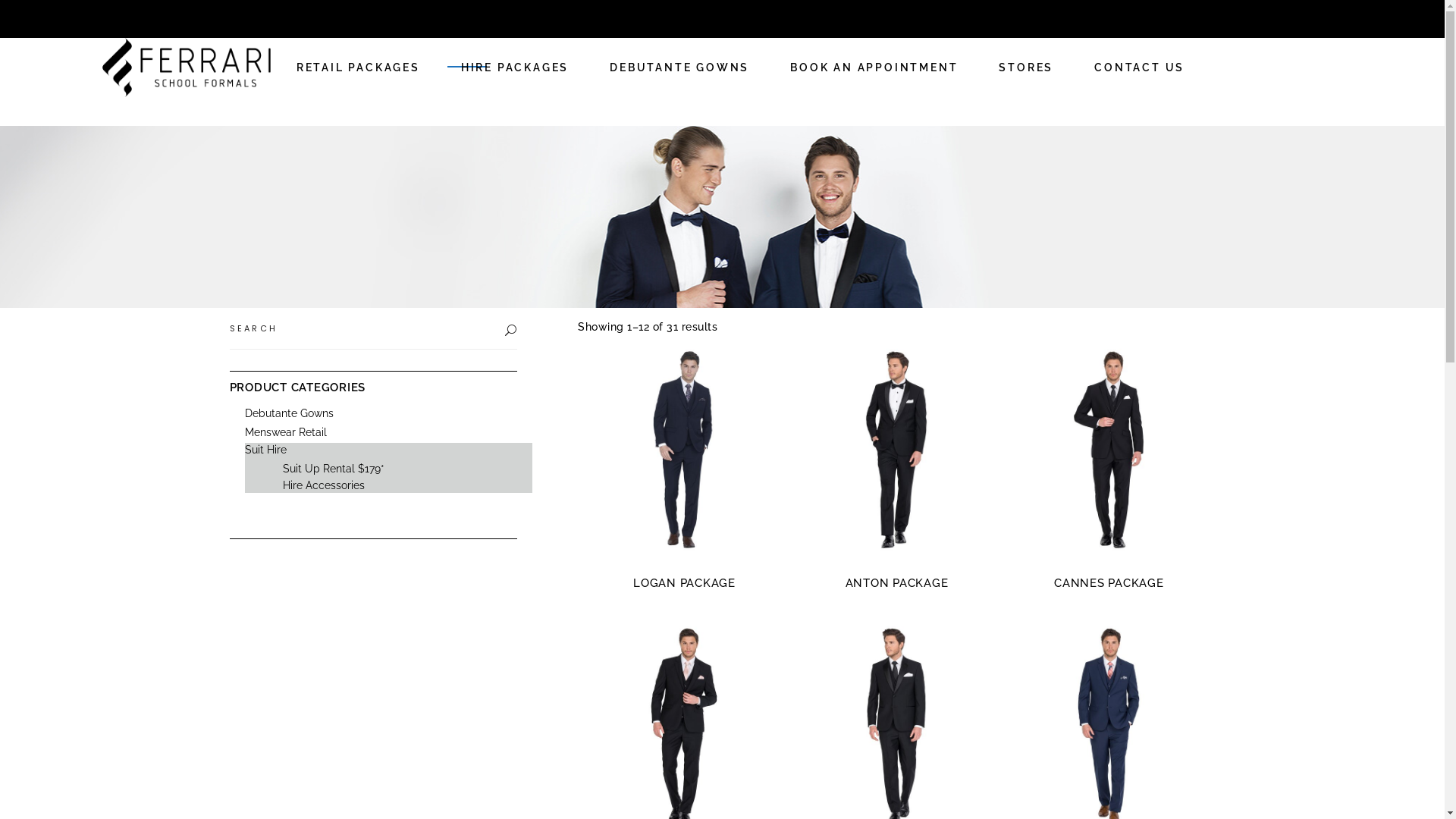  I want to click on 'Menswear Retail', so click(284, 432).